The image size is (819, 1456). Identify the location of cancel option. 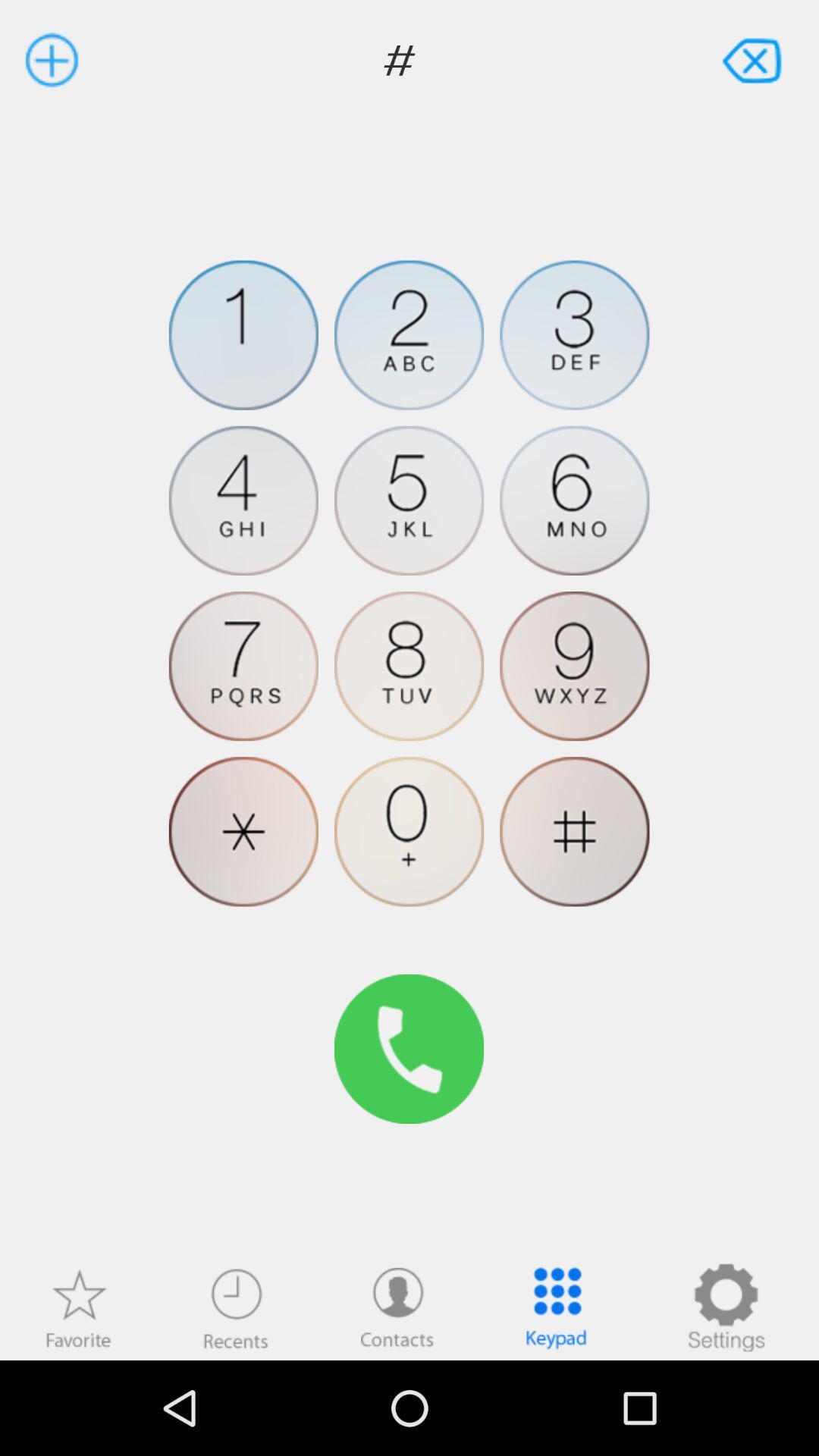
(754, 59).